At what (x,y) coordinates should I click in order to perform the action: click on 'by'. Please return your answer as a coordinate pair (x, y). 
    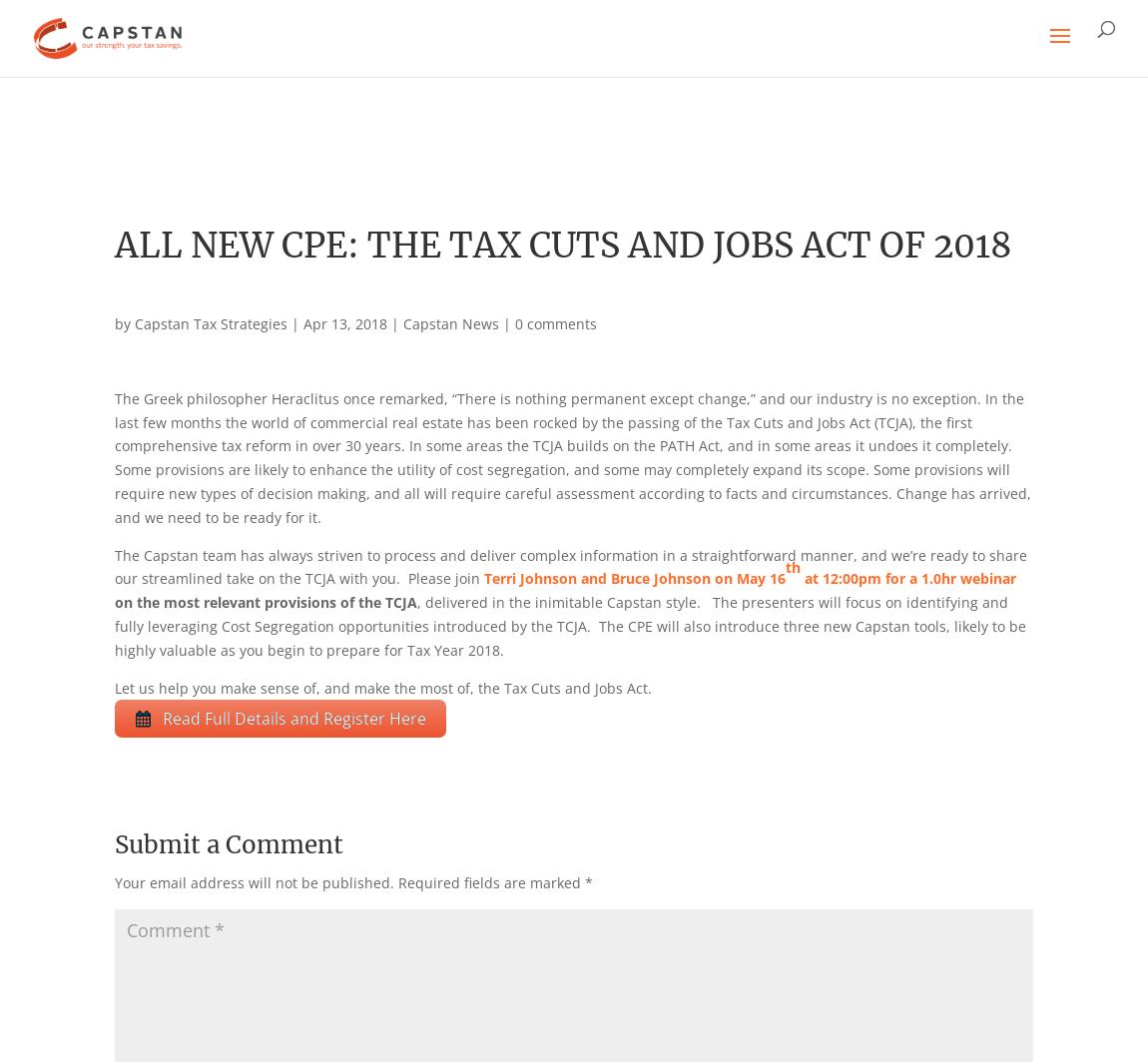
    Looking at the image, I should click on (124, 323).